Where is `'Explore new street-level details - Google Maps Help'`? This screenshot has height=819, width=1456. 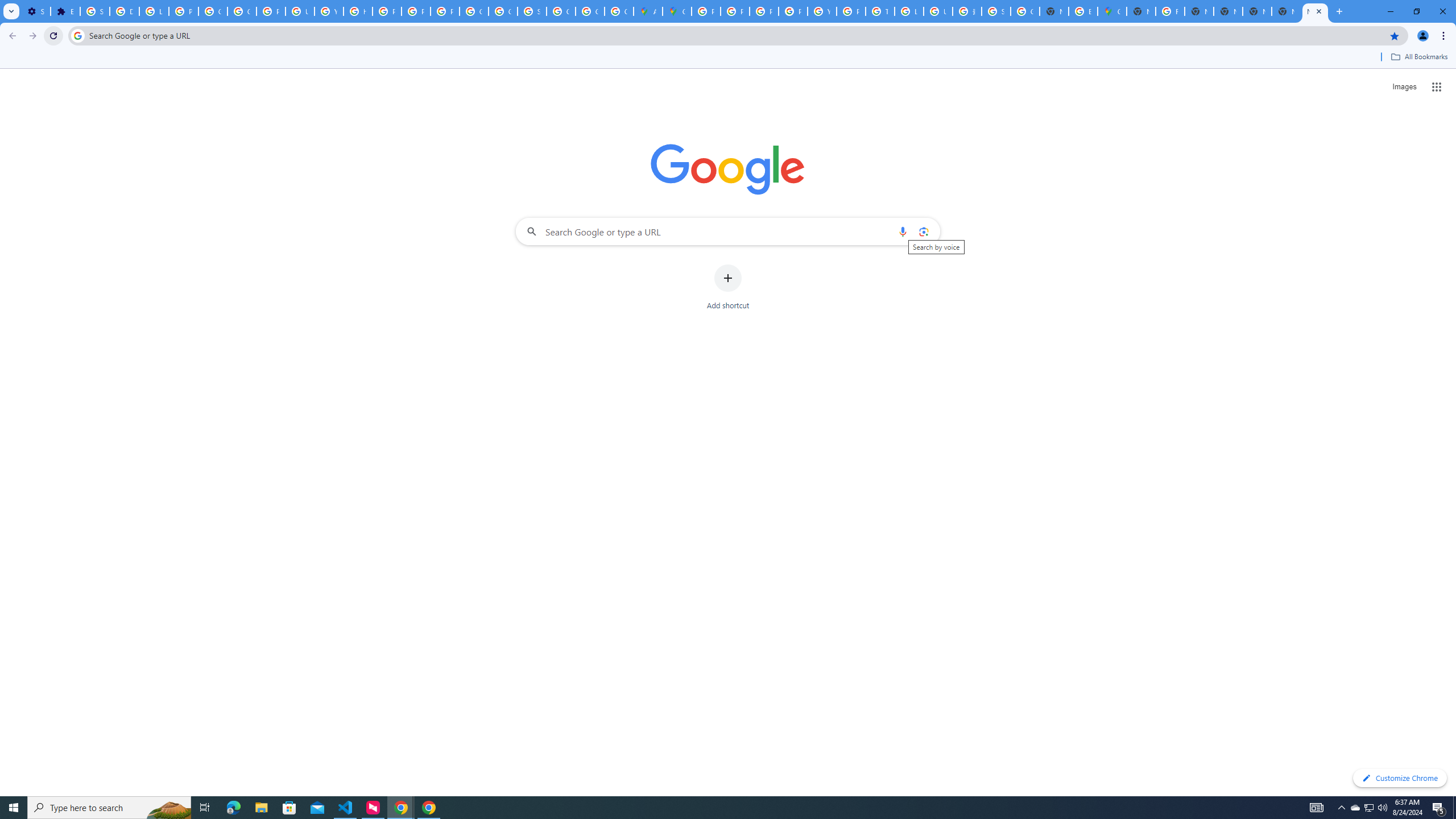
'Explore new street-level details - Google Maps Help' is located at coordinates (1082, 11).